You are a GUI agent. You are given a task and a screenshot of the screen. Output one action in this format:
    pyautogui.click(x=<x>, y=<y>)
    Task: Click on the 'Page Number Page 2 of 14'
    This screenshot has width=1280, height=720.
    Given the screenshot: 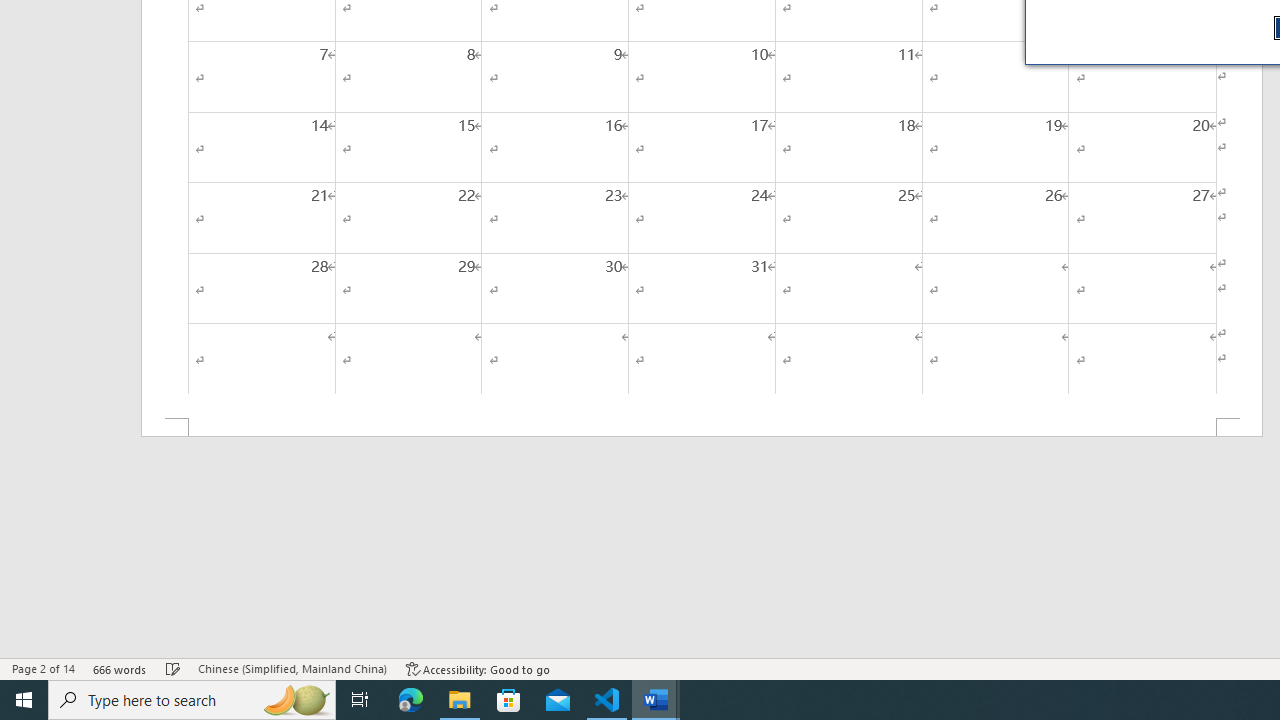 What is the action you would take?
    pyautogui.click(x=43, y=669)
    